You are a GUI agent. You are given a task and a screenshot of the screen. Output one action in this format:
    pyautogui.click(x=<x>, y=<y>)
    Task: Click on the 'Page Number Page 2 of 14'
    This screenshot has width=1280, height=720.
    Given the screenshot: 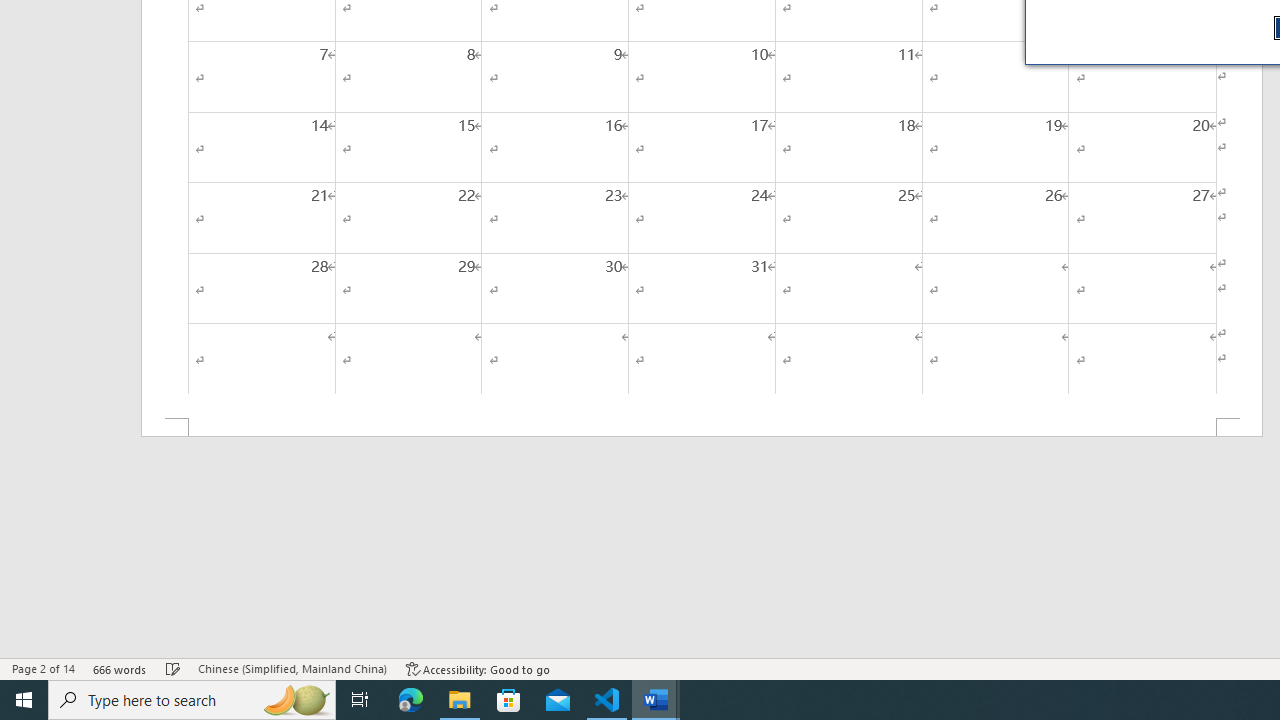 What is the action you would take?
    pyautogui.click(x=43, y=669)
    